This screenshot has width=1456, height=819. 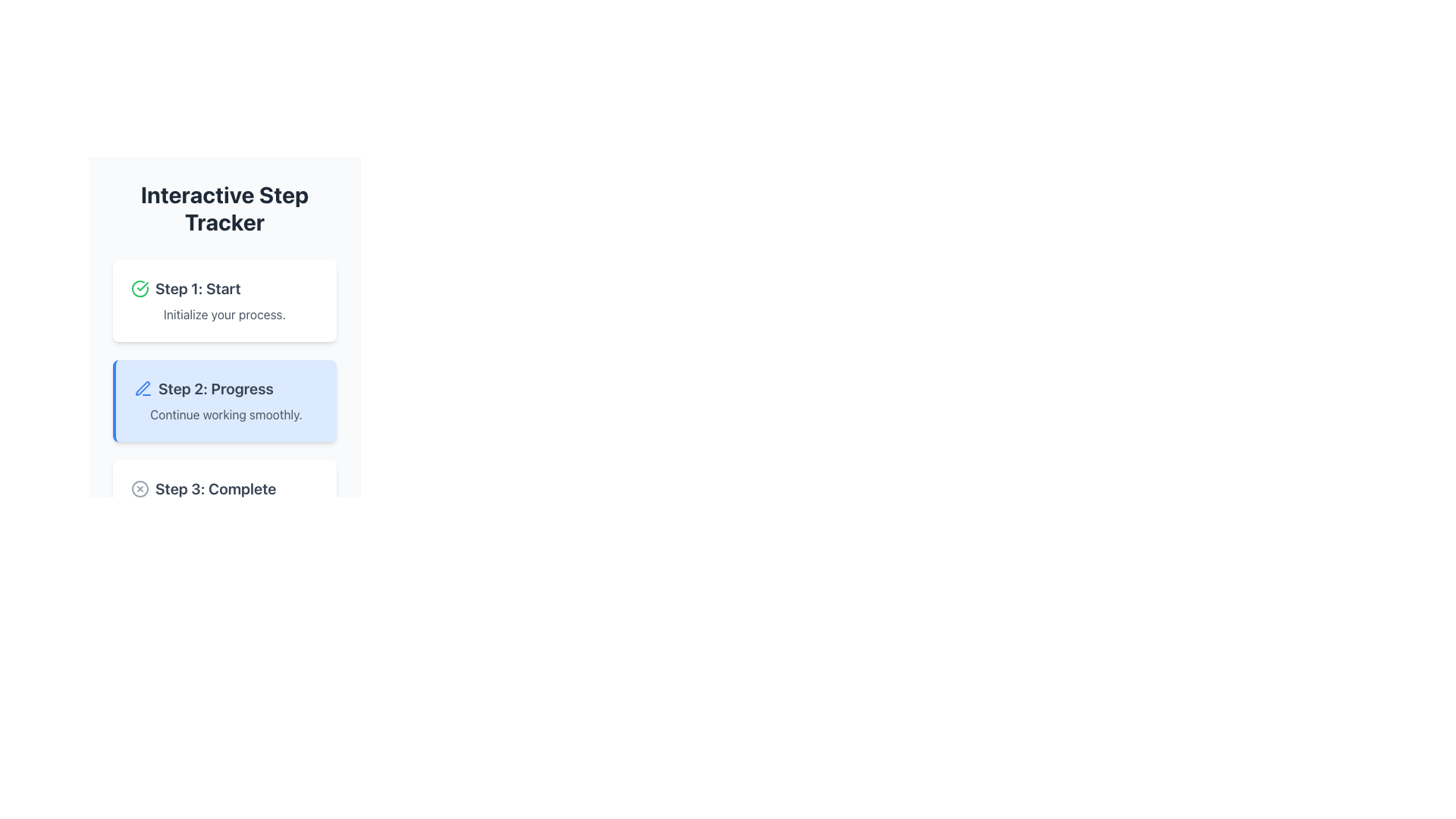 What do you see at coordinates (140, 488) in the screenshot?
I see `the error or incomplete status icon located to the left of the text 'Step 3: Complete' in the vertical step tracker interface` at bounding box center [140, 488].